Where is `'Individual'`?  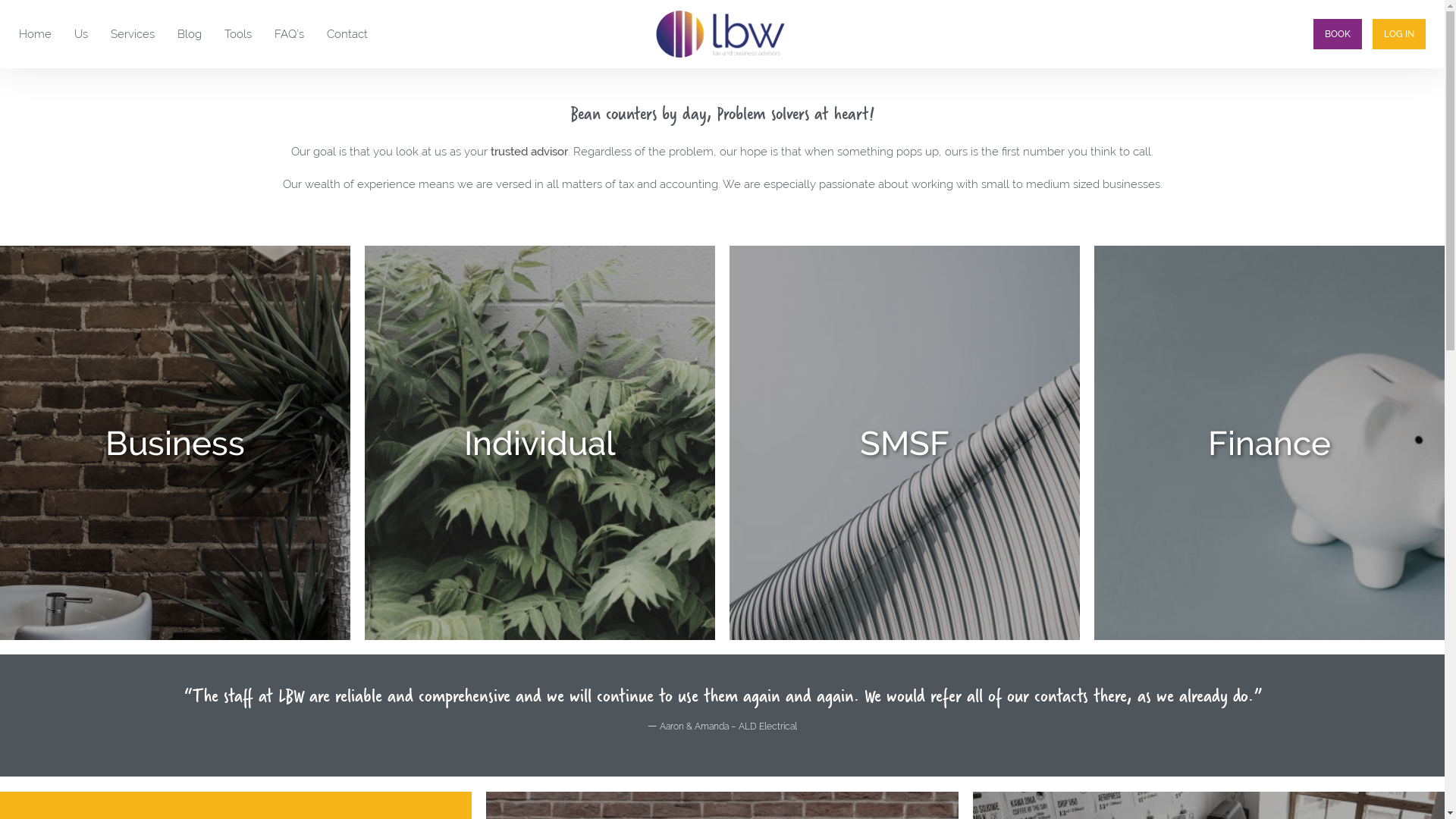 'Individual' is located at coordinates (539, 442).